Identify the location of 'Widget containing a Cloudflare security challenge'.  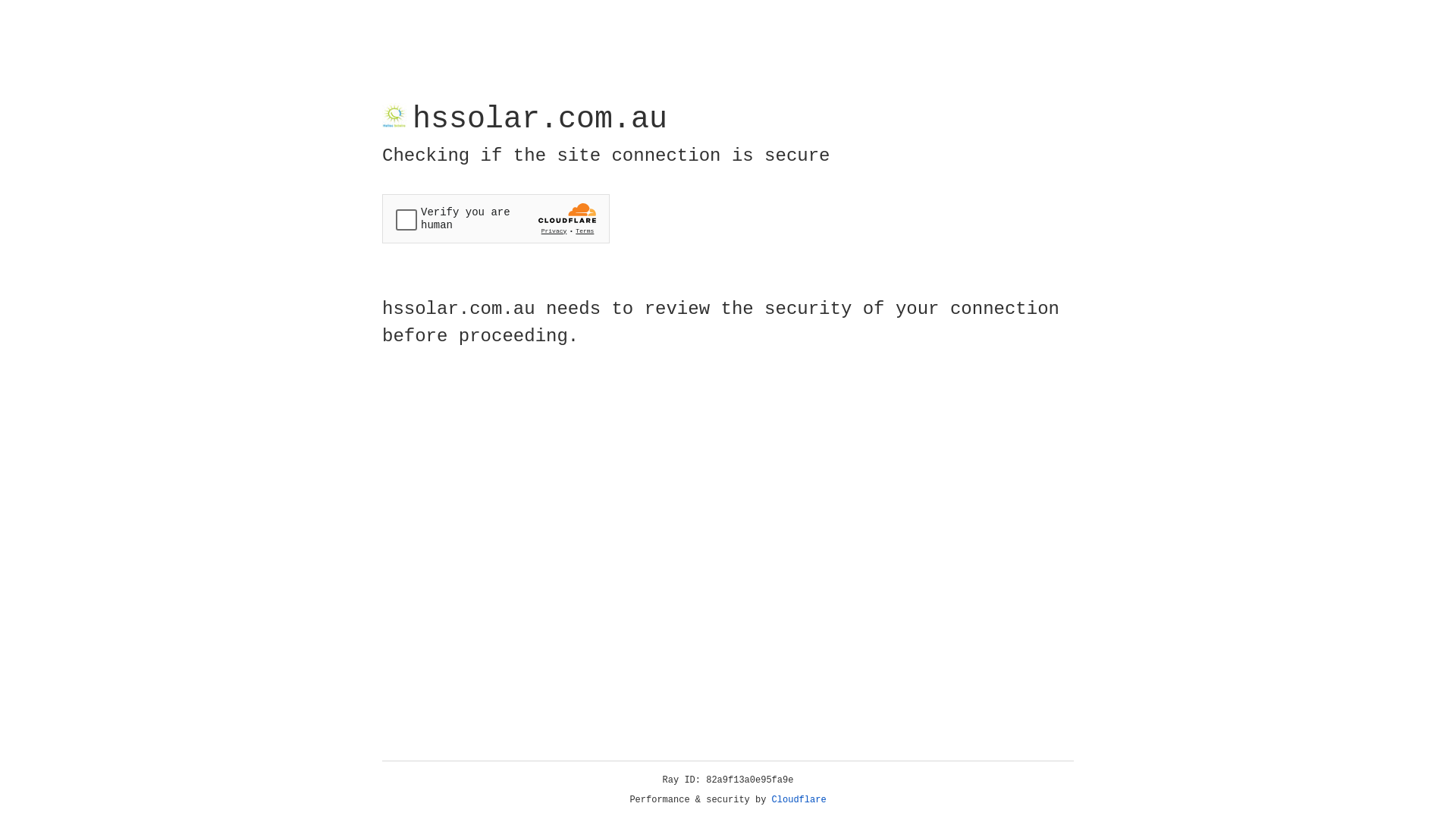
(495, 218).